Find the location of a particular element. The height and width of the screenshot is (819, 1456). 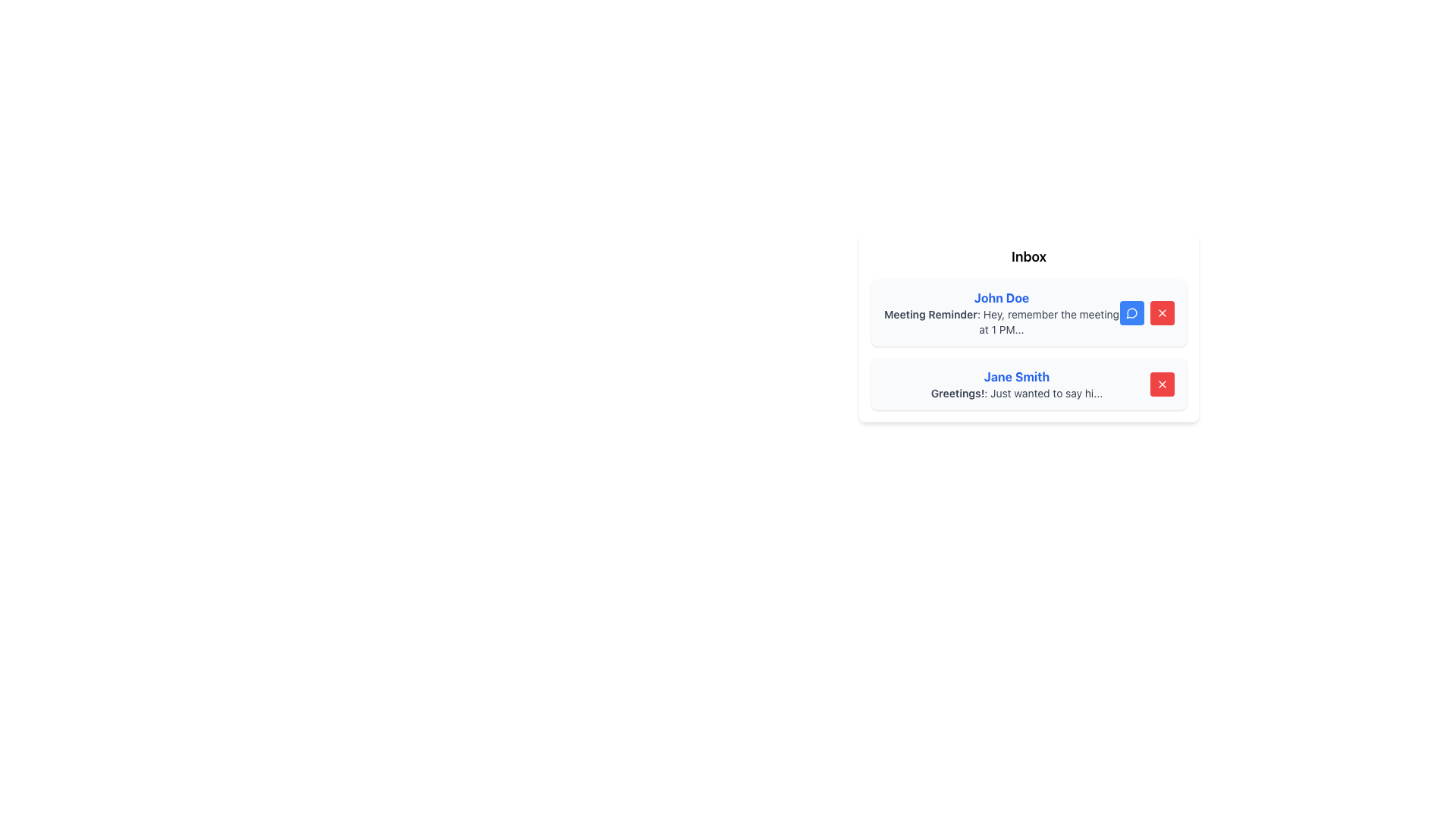

text content of the Message Notification Card displaying 'John Doe' and the message preview 'Meeting Reminder: Hey, remember the meeting at 1 PM...' is located at coordinates (1029, 312).